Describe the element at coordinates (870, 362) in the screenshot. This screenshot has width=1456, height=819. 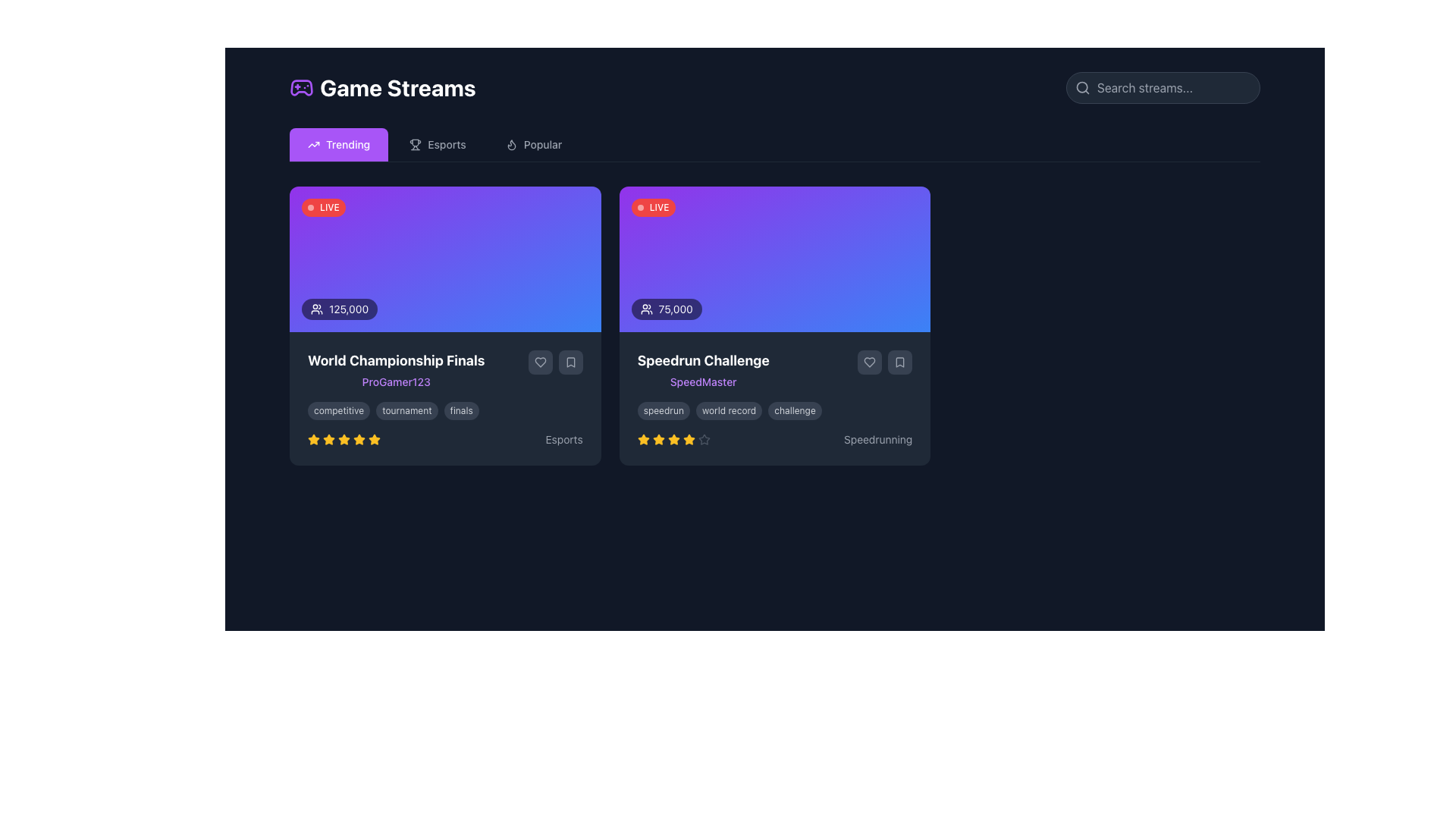
I see `the heart icon located in the favorite section of the 'Speedrun Challenge' card to mark it as liked` at that location.